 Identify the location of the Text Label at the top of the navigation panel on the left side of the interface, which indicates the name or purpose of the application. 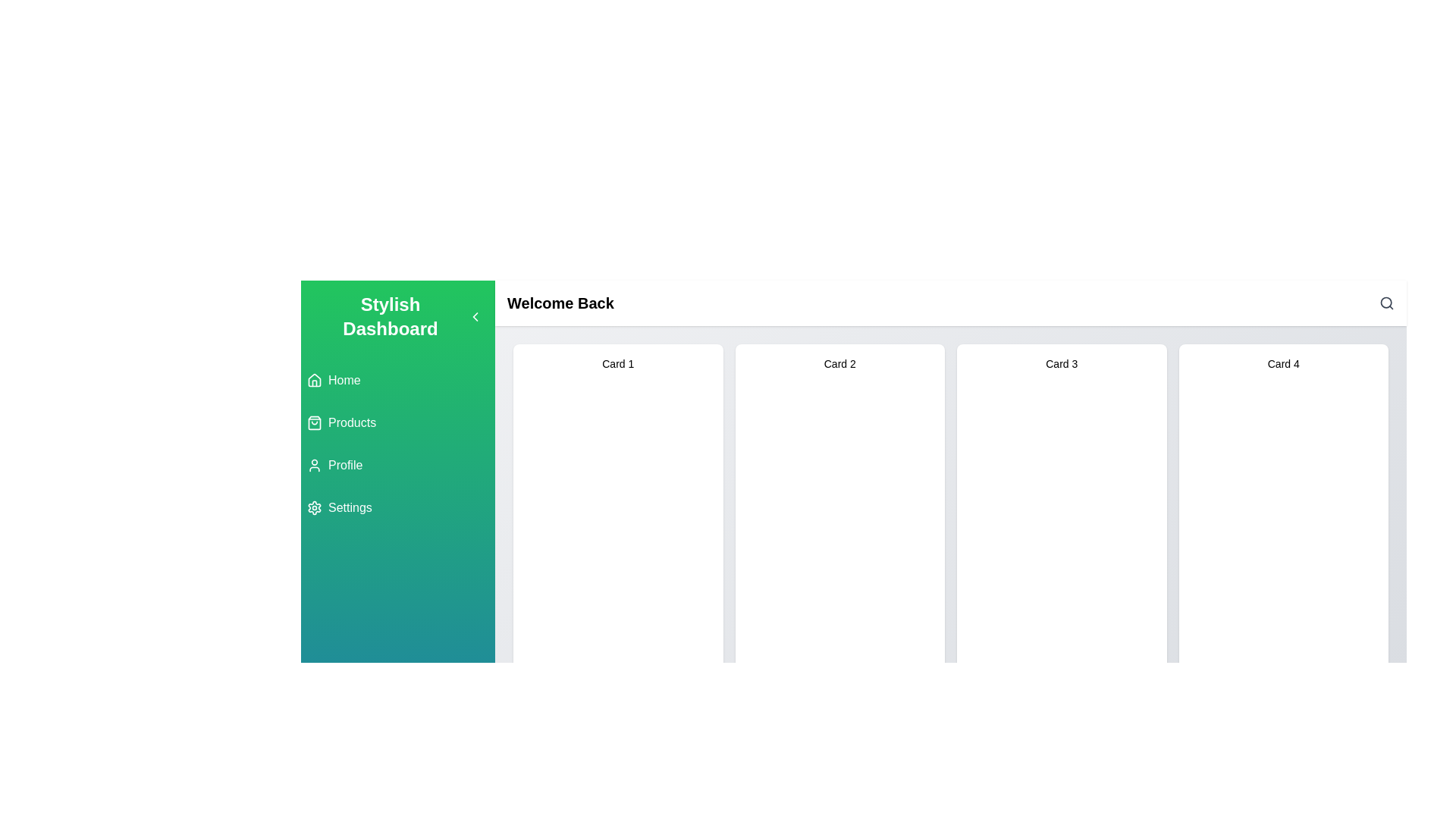
(397, 315).